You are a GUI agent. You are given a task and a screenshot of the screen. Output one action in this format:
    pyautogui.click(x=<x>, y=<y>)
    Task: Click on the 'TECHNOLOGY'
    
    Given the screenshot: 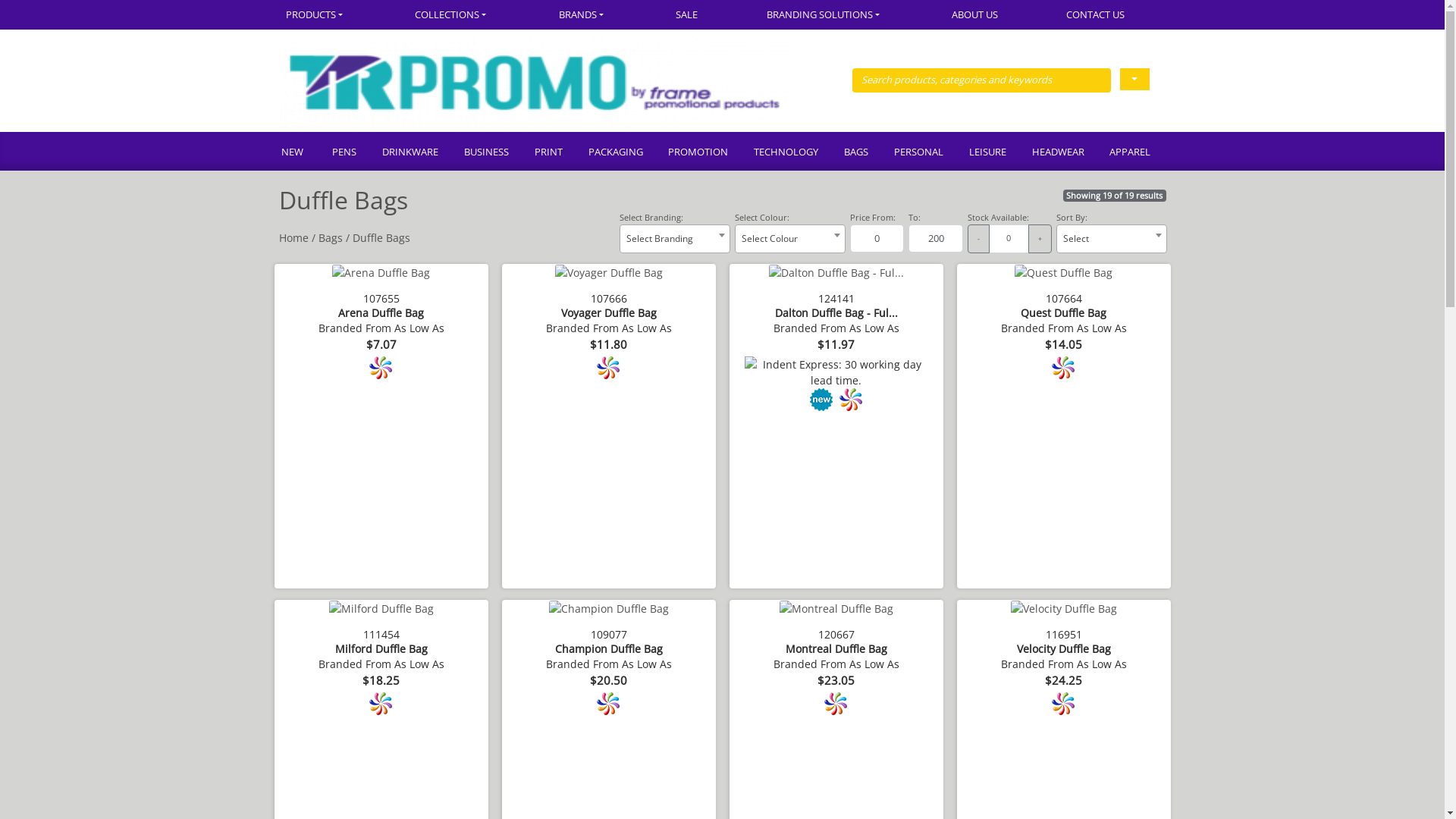 What is the action you would take?
    pyautogui.click(x=785, y=152)
    